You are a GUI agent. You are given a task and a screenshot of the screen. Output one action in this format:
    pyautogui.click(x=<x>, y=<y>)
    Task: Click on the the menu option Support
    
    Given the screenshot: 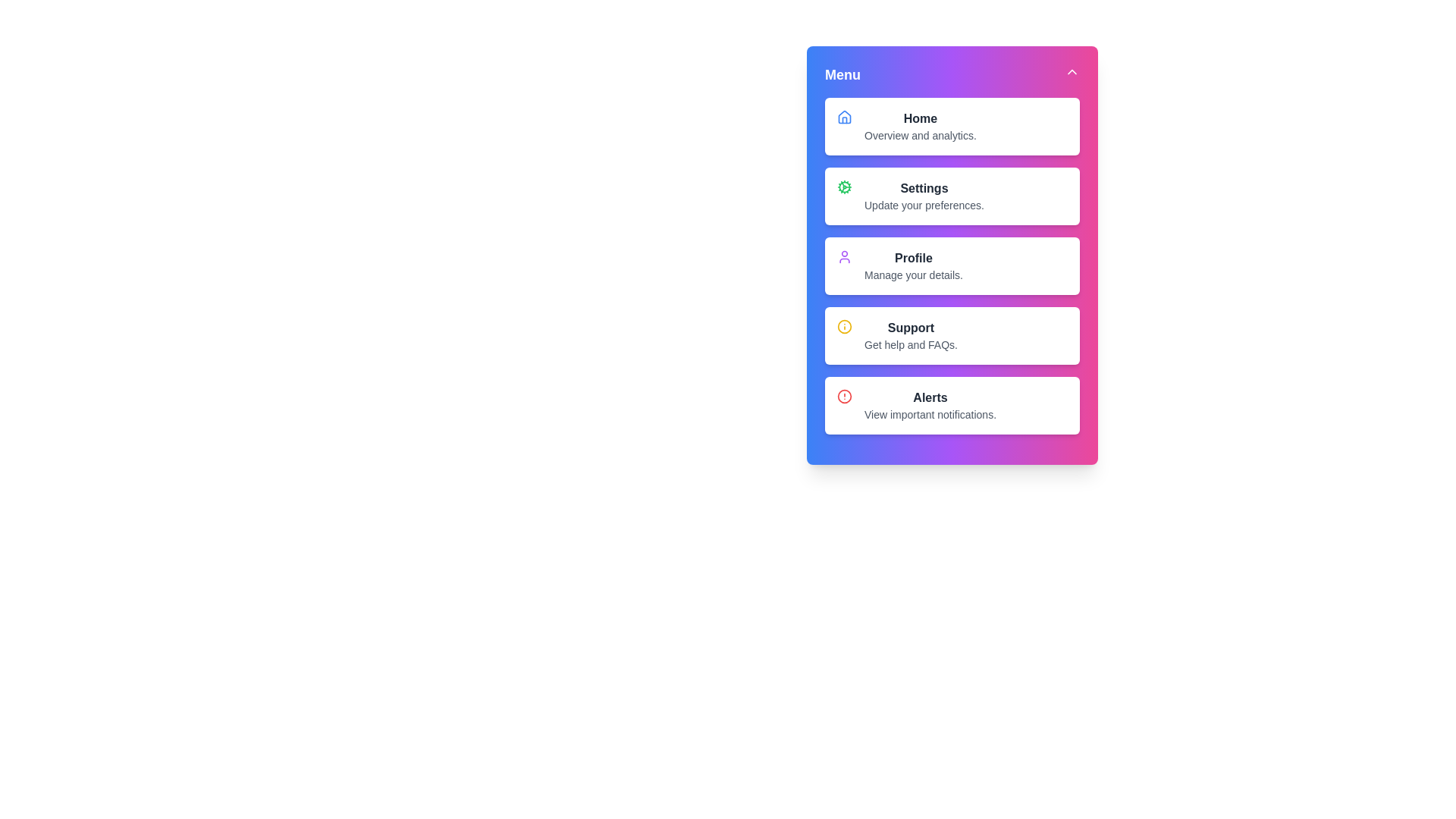 What is the action you would take?
    pyautogui.click(x=910, y=341)
    